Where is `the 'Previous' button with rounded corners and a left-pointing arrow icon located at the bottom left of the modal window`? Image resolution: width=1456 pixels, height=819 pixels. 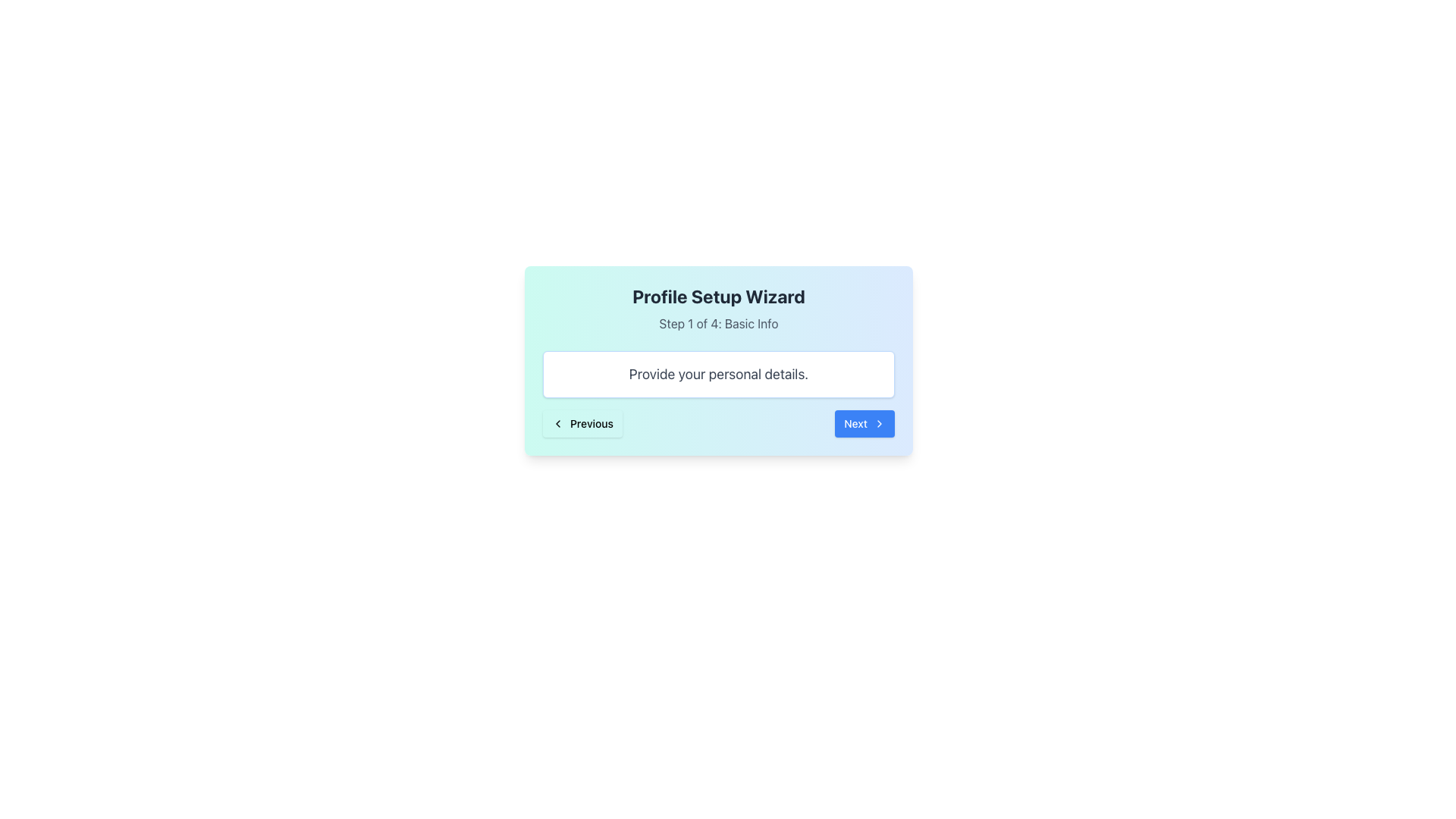 the 'Previous' button with rounded corners and a left-pointing arrow icon located at the bottom left of the modal window is located at coordinates (582, 424).